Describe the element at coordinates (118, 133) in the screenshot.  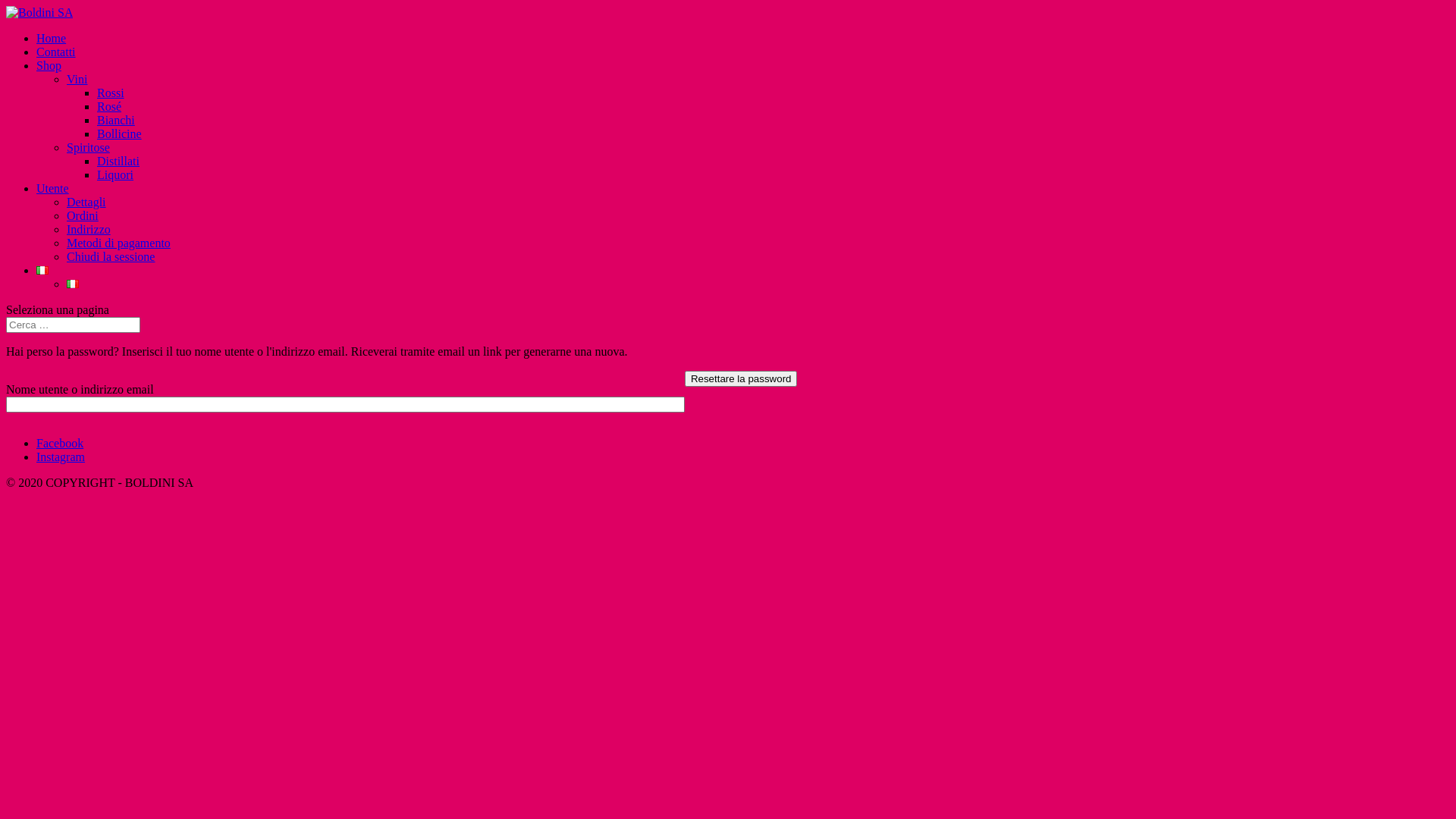
I see `'Bollicine'` at that location.